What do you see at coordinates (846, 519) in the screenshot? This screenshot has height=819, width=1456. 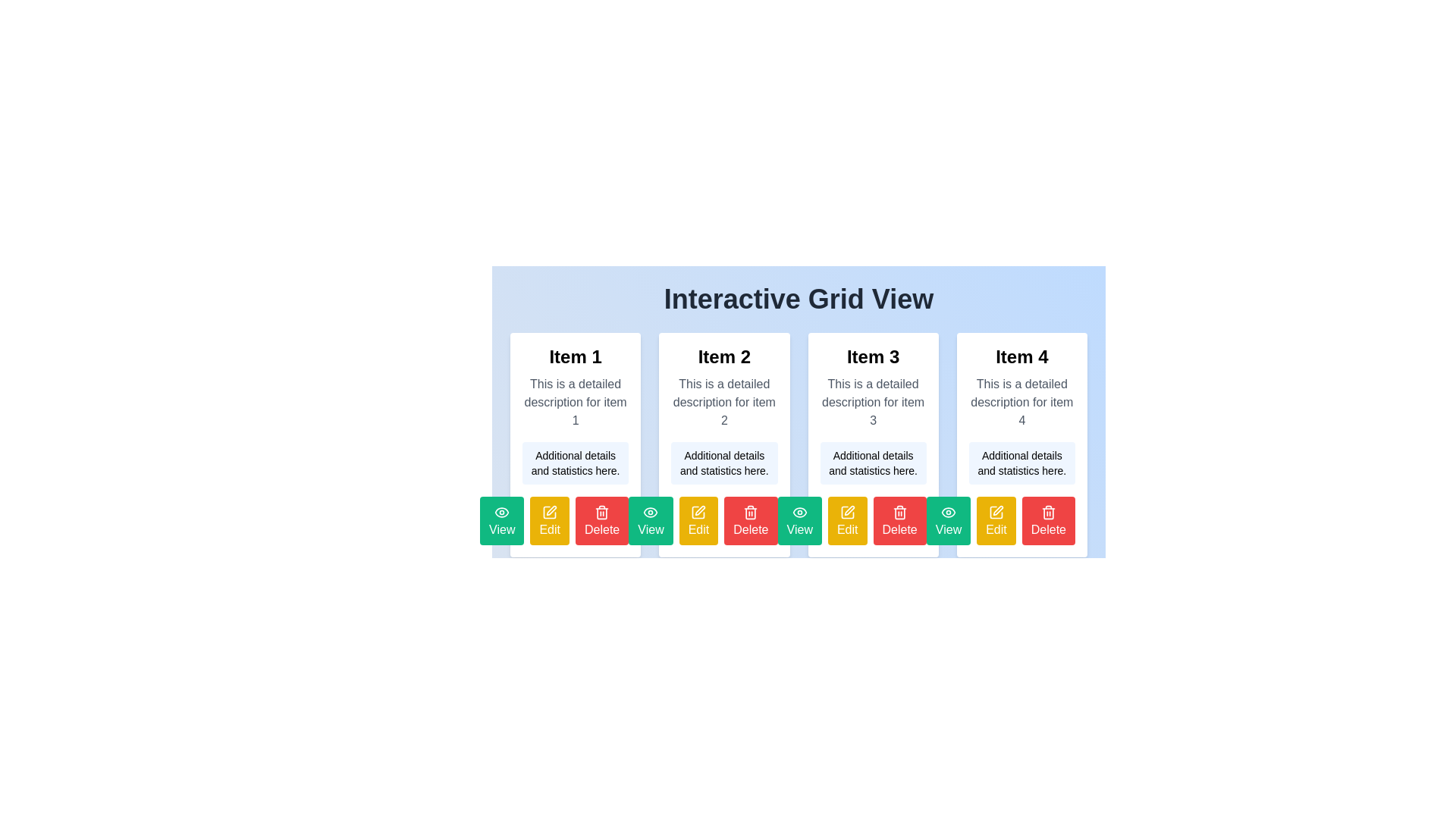 I see `the button designed to trigger the editing function for 'Item 3', which is the second button from the left in the horizontal group of buttons below the 'Item 3' content box` at bounding box center [846, 519].